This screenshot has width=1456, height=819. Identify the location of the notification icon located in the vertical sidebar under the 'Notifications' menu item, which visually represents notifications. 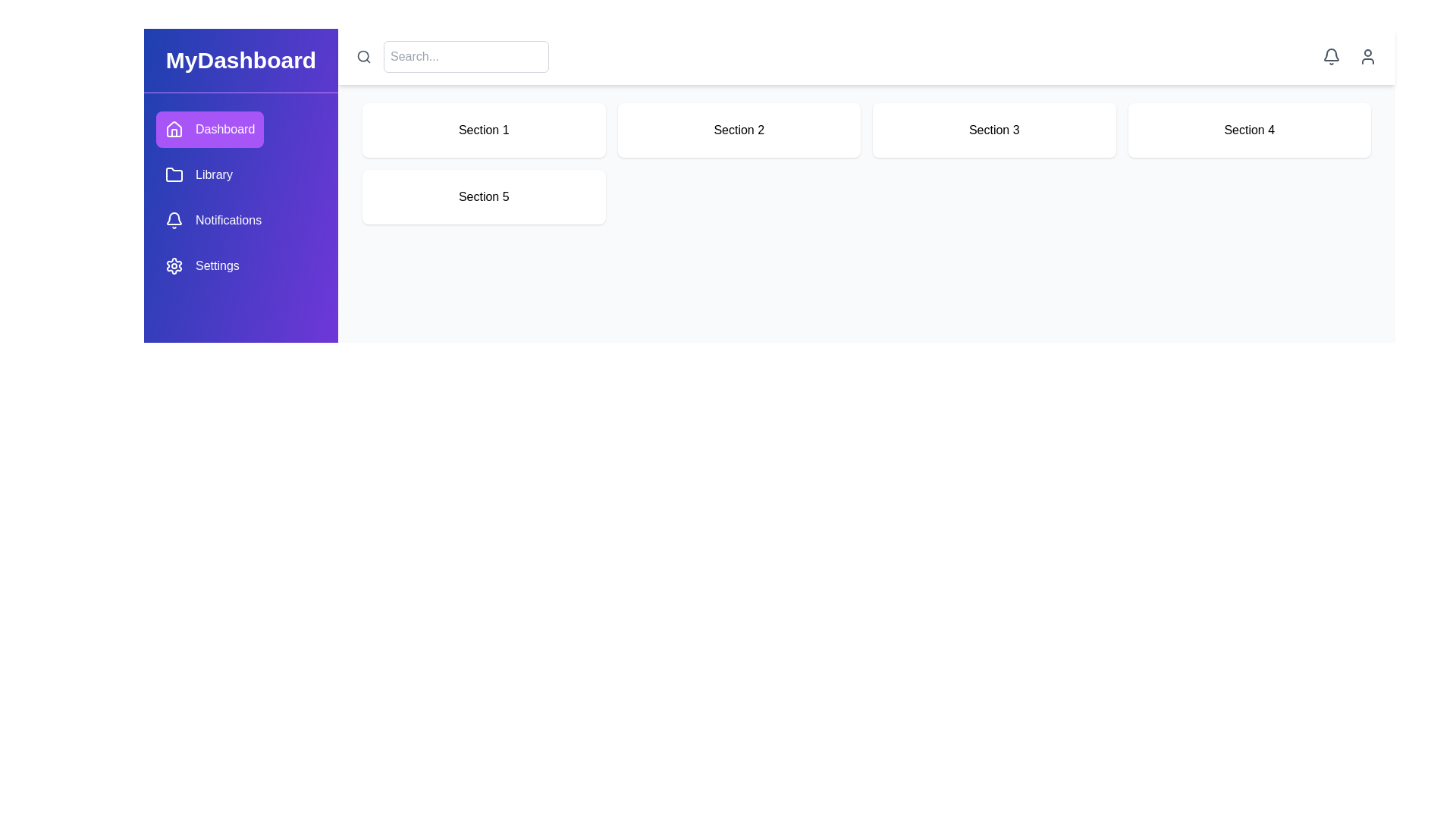
(174, 218).